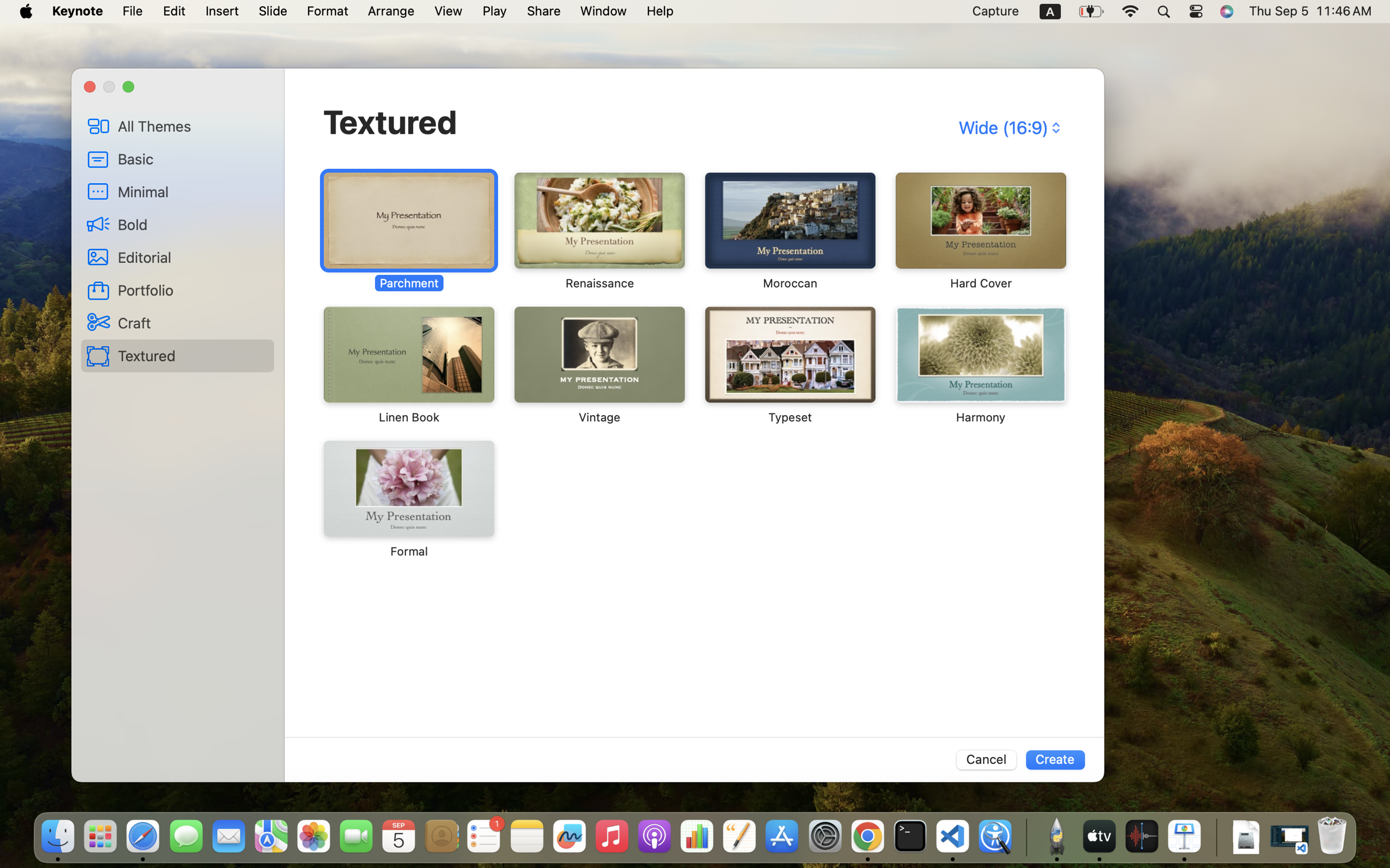  What do you see at coordinates (789, 365) in the screenshot?
I see `'‎⁨Typeset⁩'` at bounding box center [789, 365].